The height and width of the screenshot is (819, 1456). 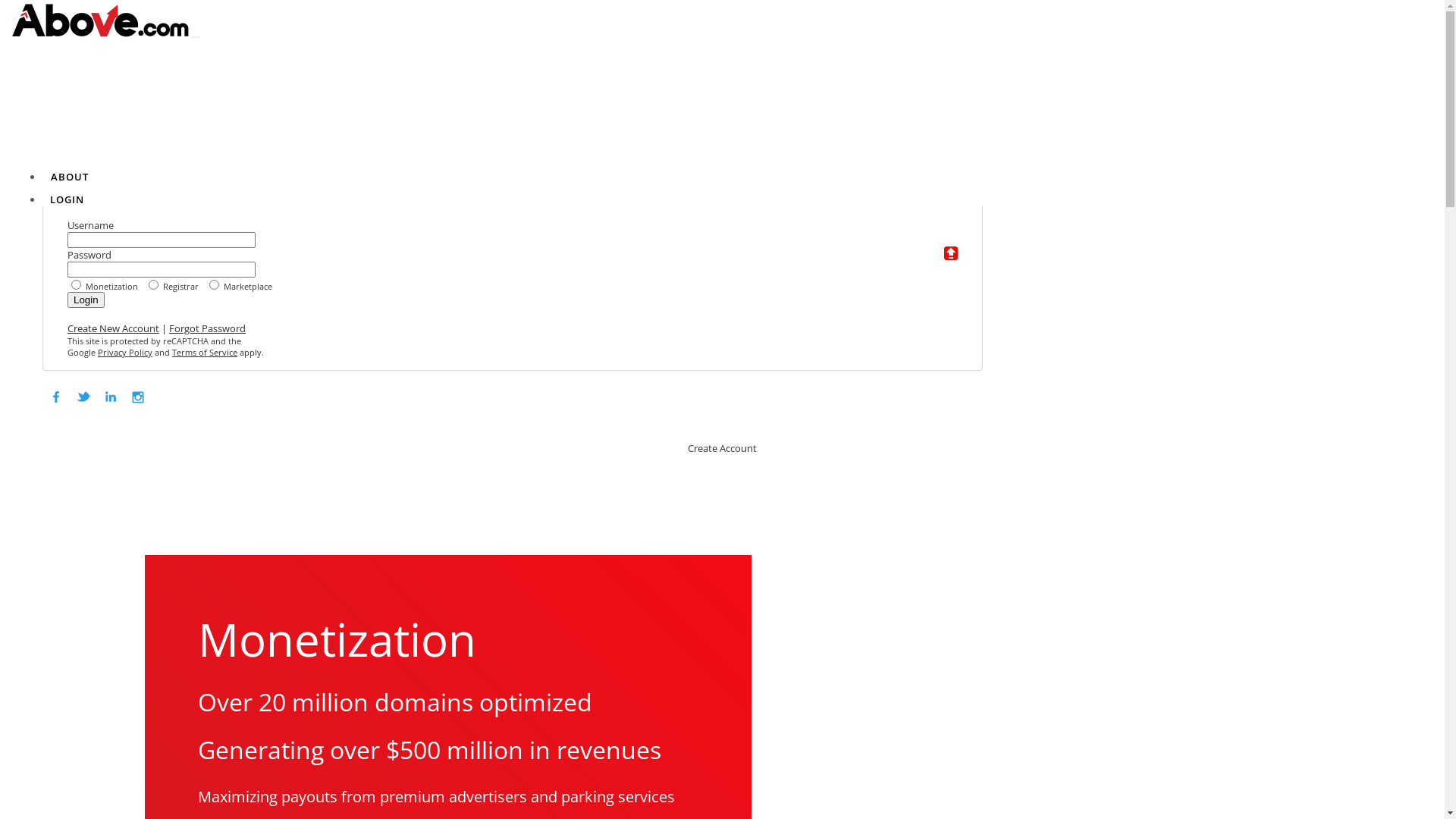 What do you see at coordinates (50, 198) in the screenshot?
I see `'LOGIN'` at bounding box center [50, 198].